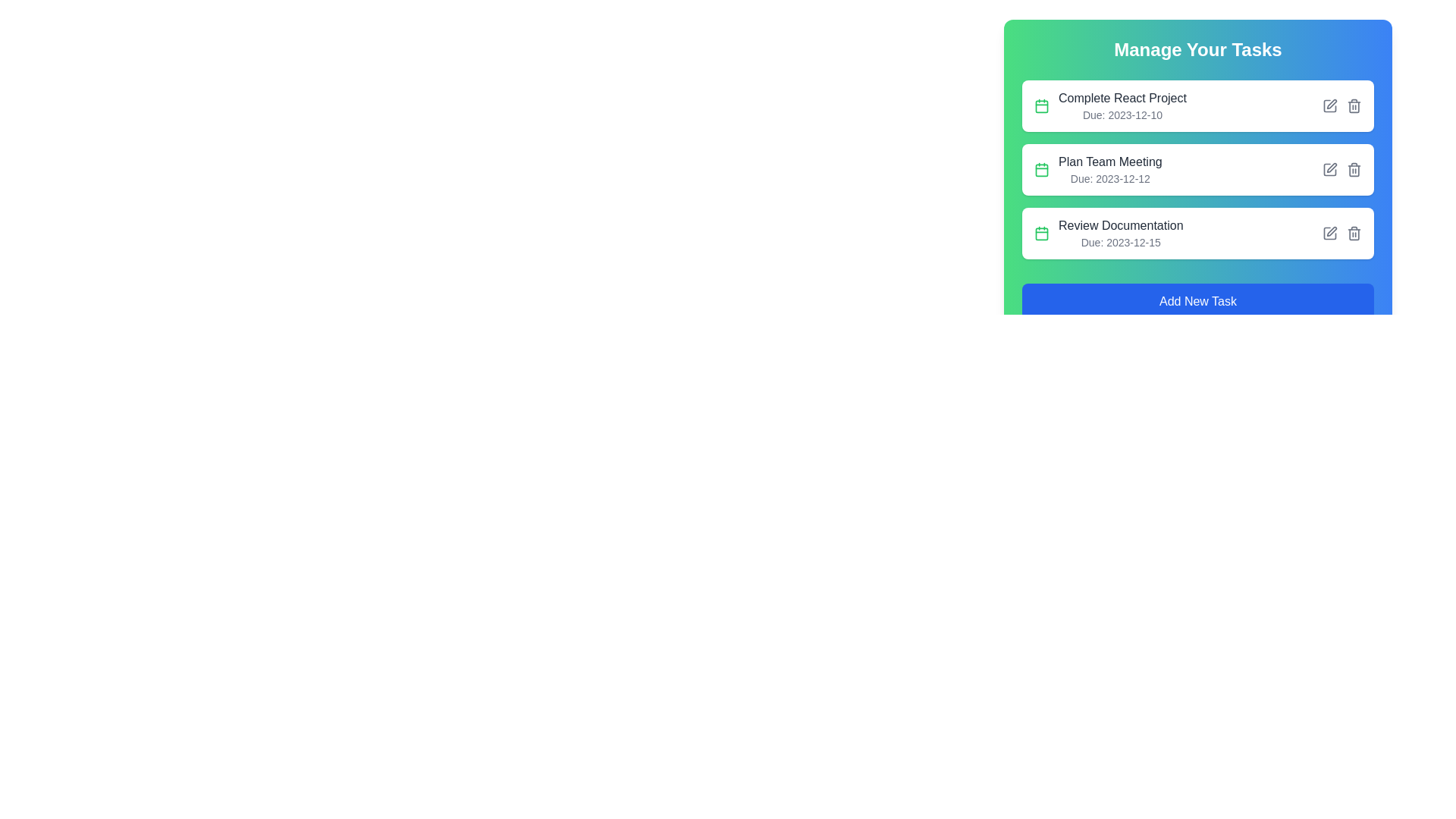 Image resolution: width=1456 pixels, height=819 pixels. What do you see at coordinates (1040, 169) in the screenshot?
I see `the square with rounded corners that is part of the calendar icon in the second task row of the task manager layout` at bounding box center [1040, 169].